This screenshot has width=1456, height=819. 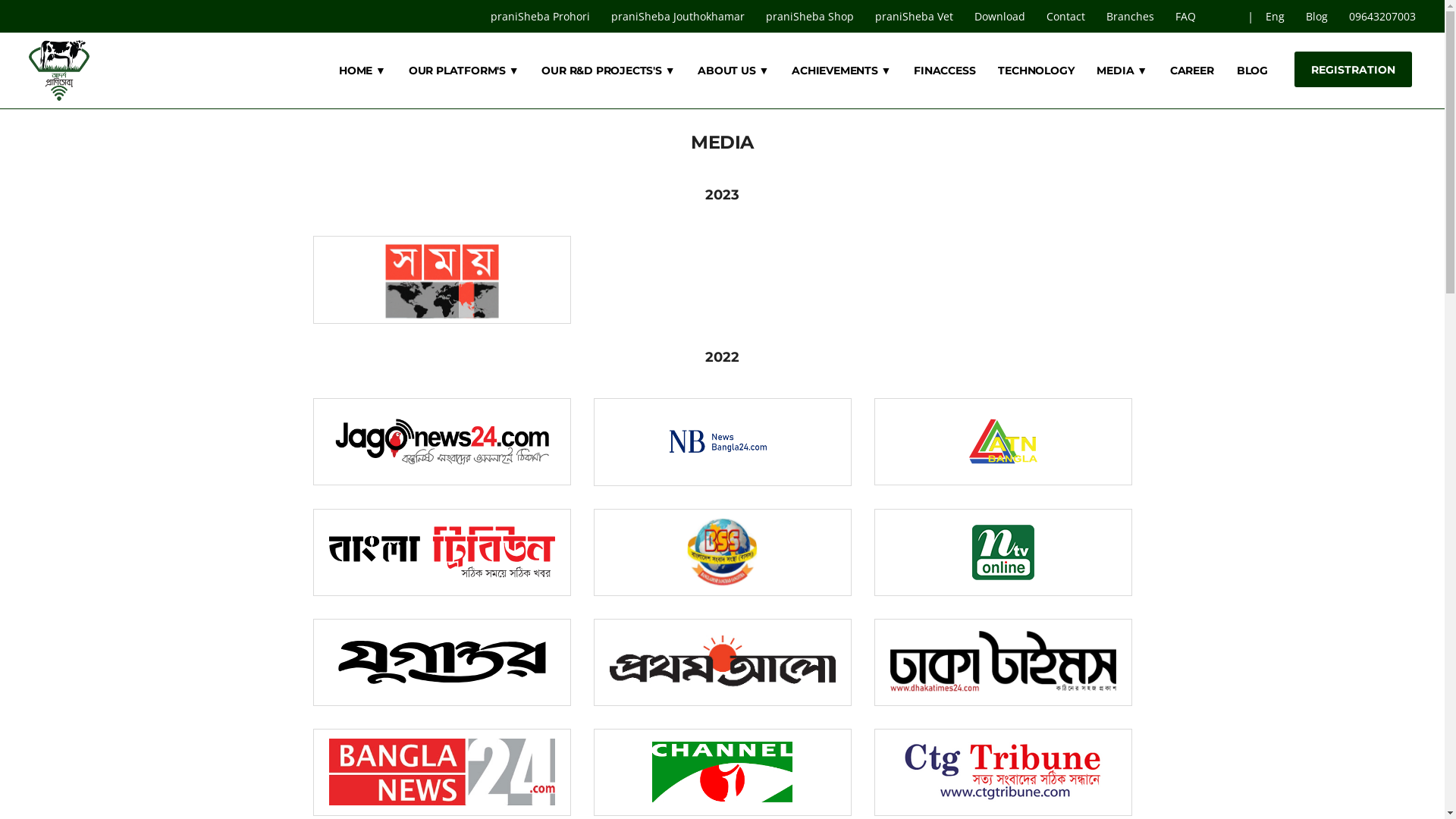 I want to click on 'FINACCESS', so click(x=912, y=70).